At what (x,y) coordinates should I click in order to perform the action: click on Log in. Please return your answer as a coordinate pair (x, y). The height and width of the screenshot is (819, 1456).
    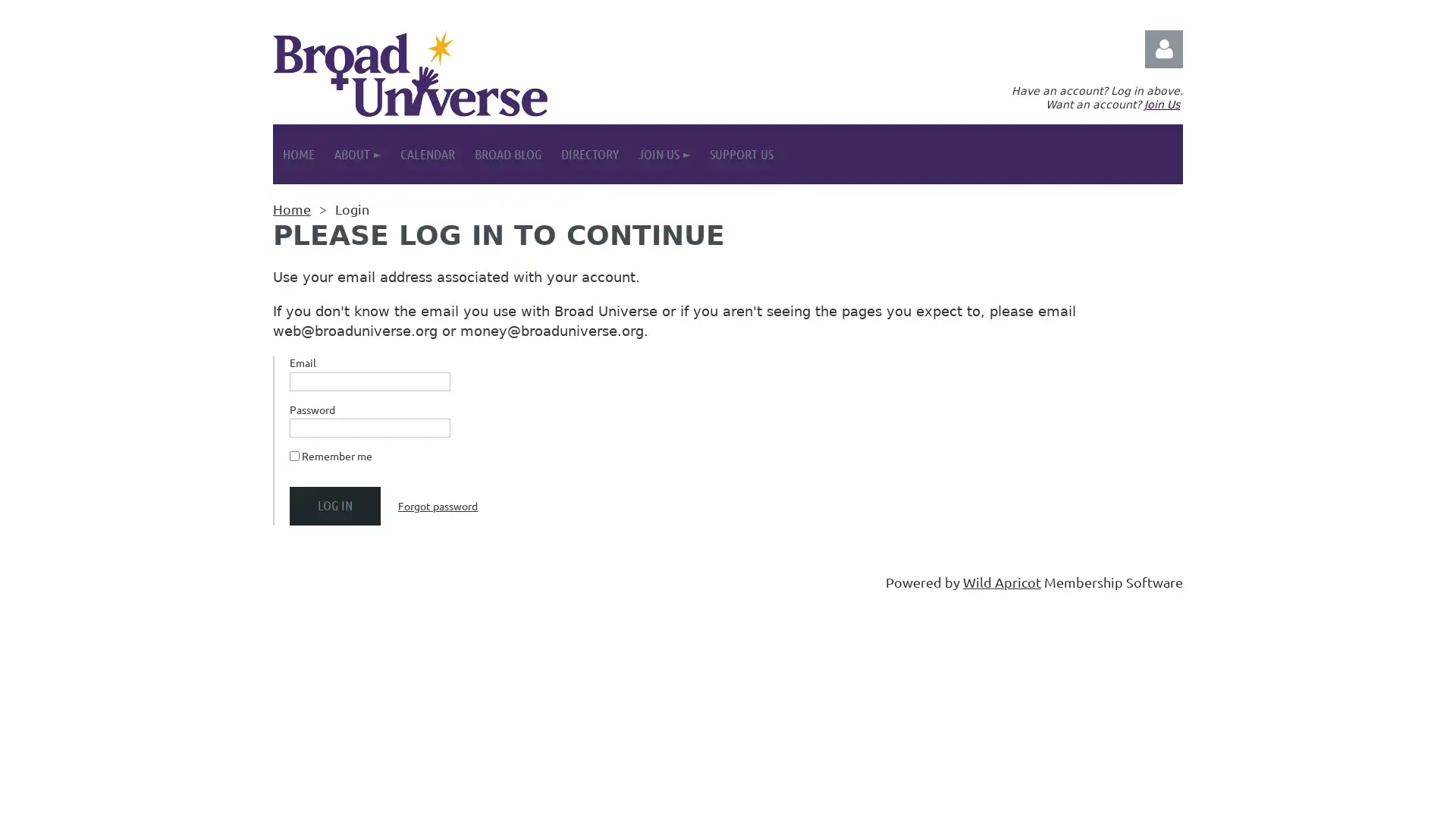
    Looking at the image, I should click on (334, 506).